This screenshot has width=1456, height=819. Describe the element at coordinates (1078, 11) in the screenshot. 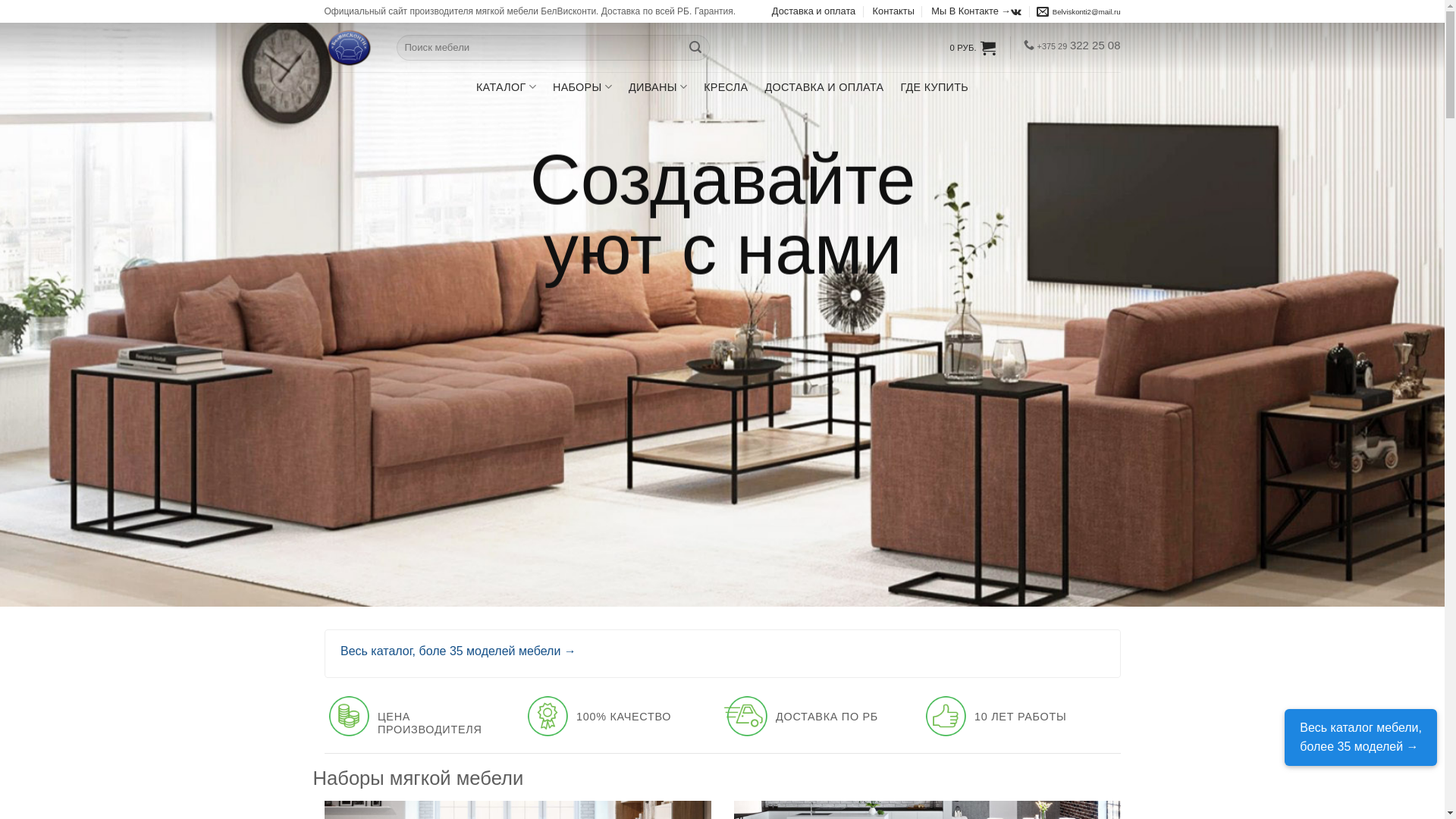

I see `'Belviskonti2@mail.ru'` at that location.